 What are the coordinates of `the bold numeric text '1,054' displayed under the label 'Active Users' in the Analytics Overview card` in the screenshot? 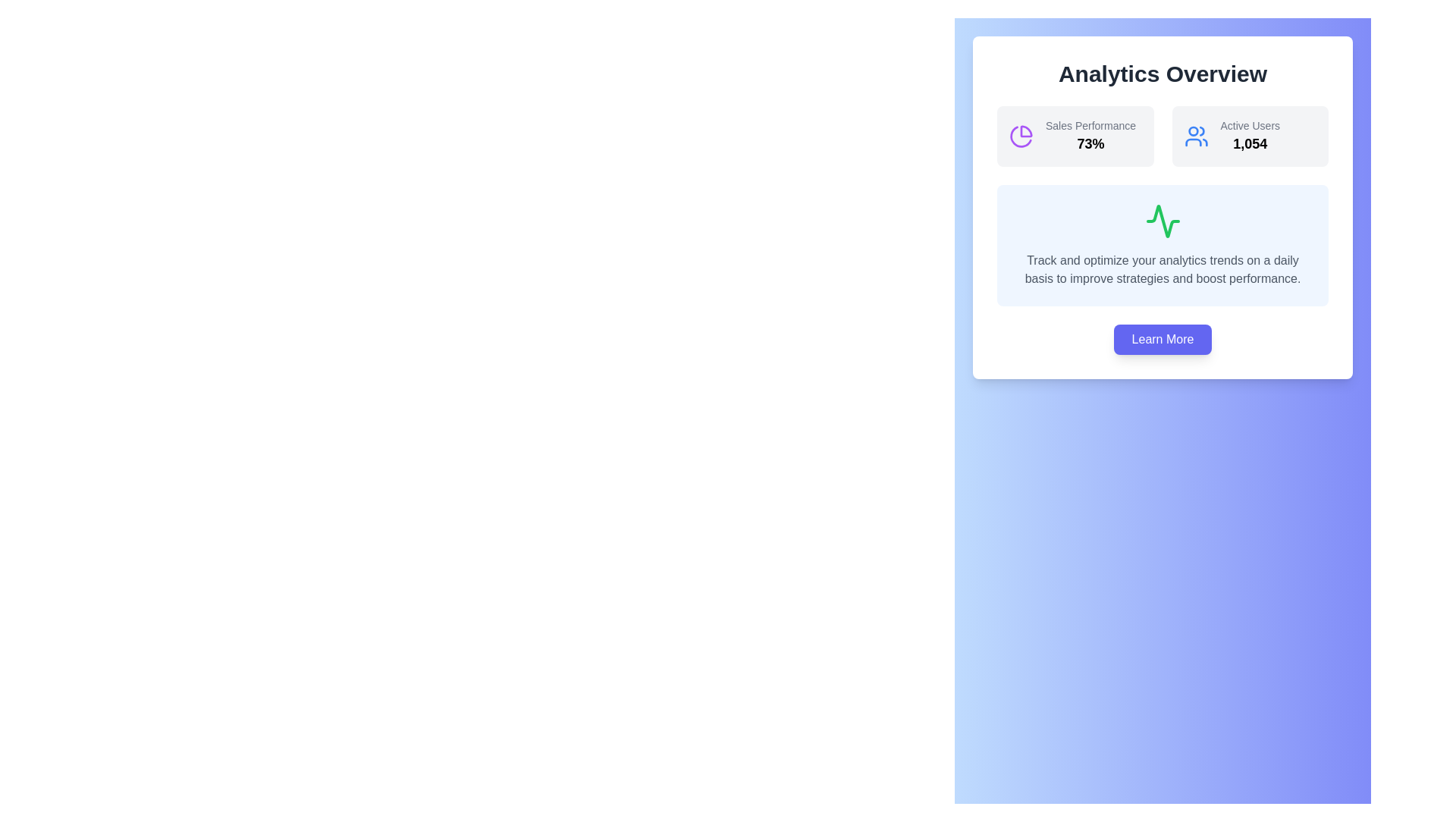 It's located at (1250, 143).